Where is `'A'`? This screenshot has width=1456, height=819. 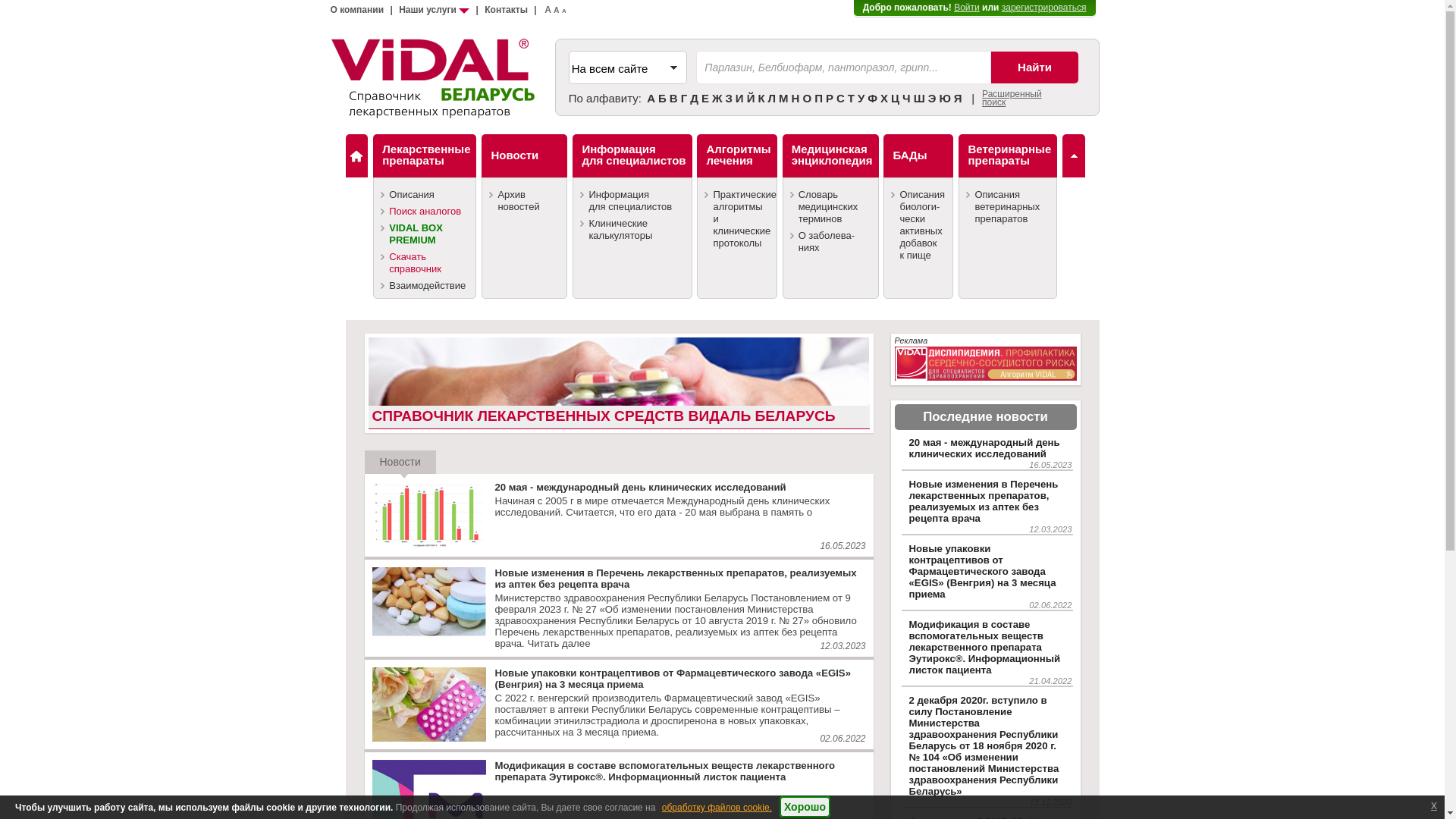 'A' is located at coordinates (563, 11).